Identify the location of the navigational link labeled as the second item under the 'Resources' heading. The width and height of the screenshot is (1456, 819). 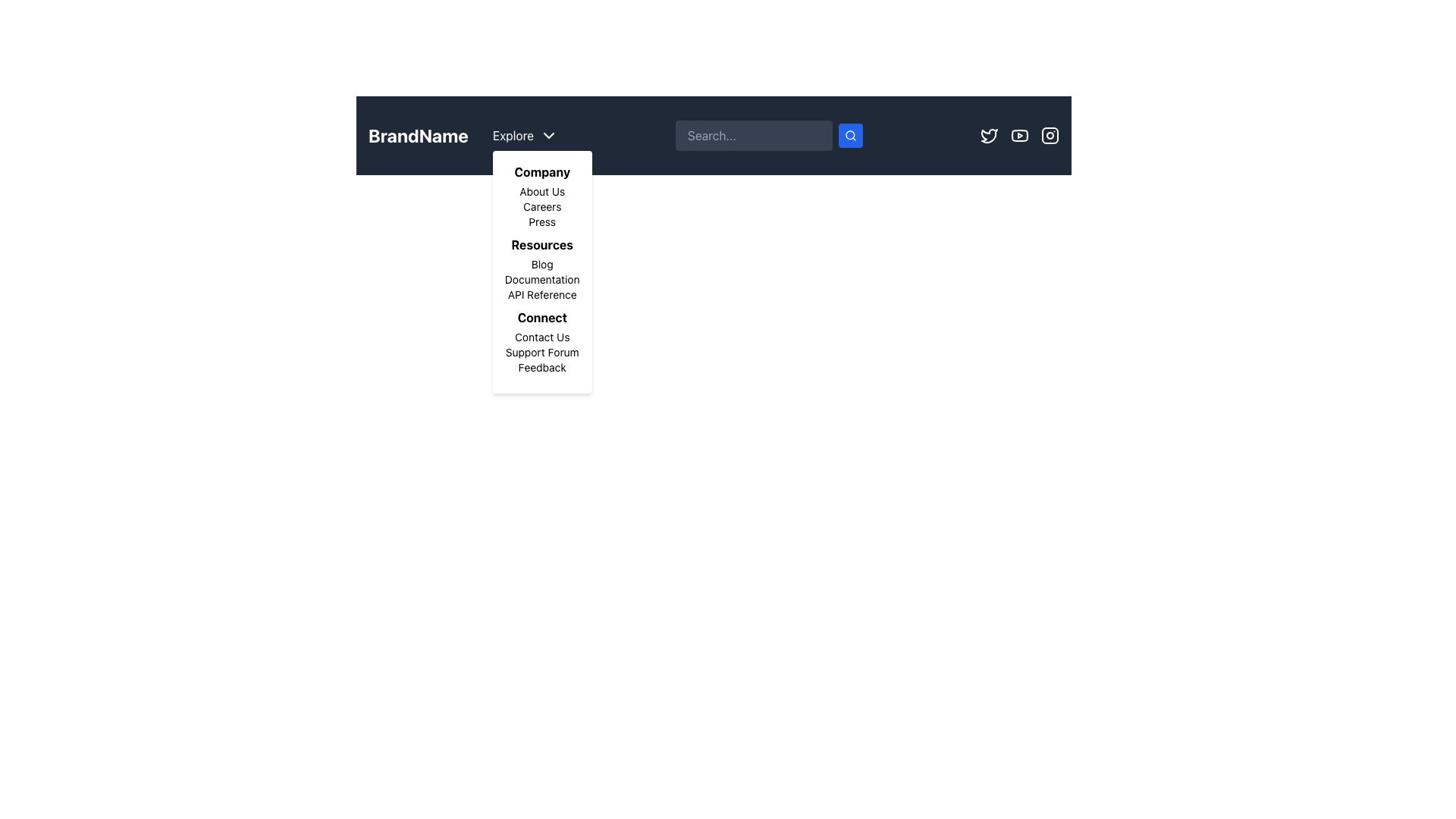
(542, 280).